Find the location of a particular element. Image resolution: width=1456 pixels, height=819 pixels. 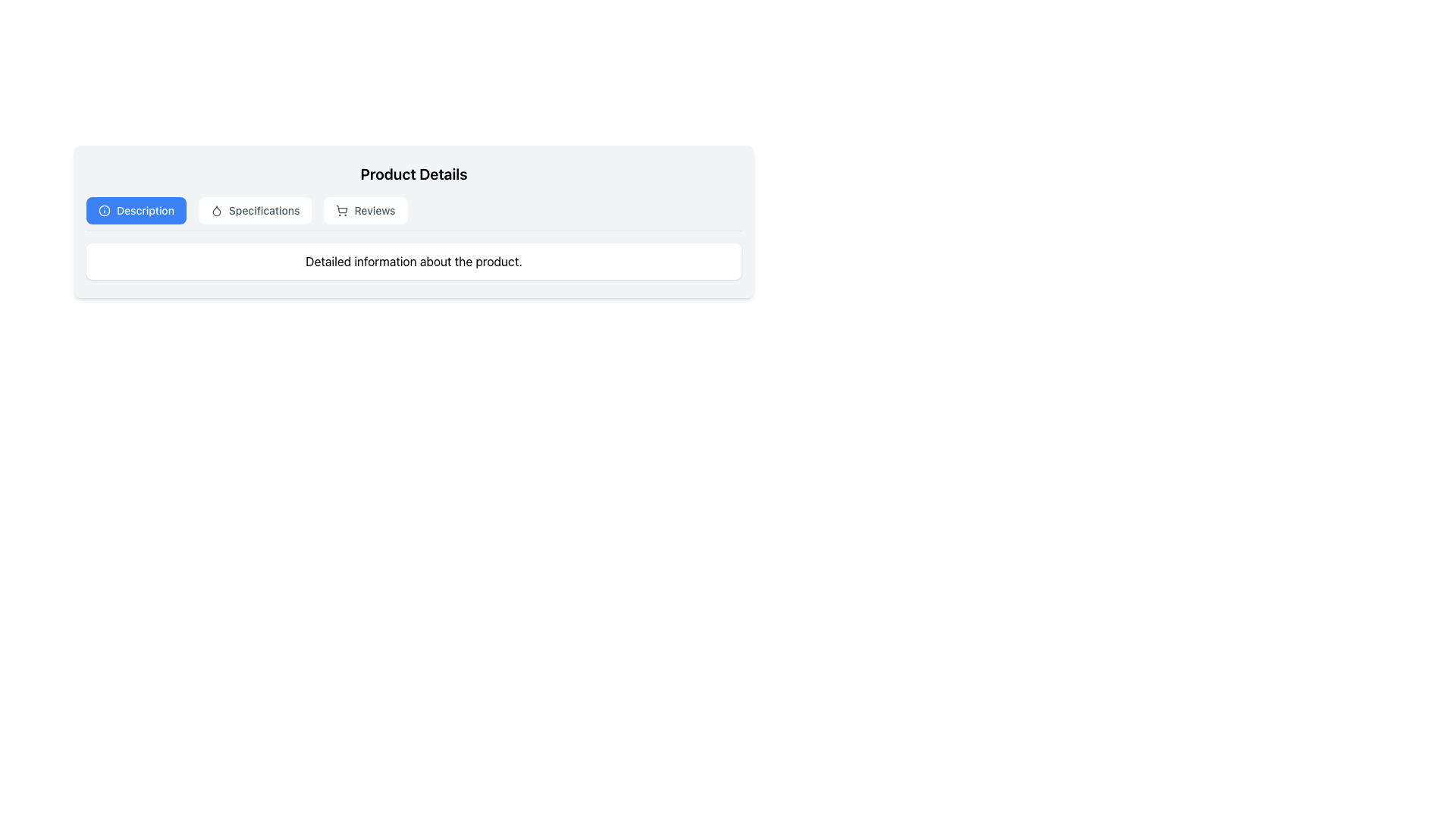

the blue rectangular button labeled 'Description' with rounded corners and an information icon is located at coordinates (136, 210).